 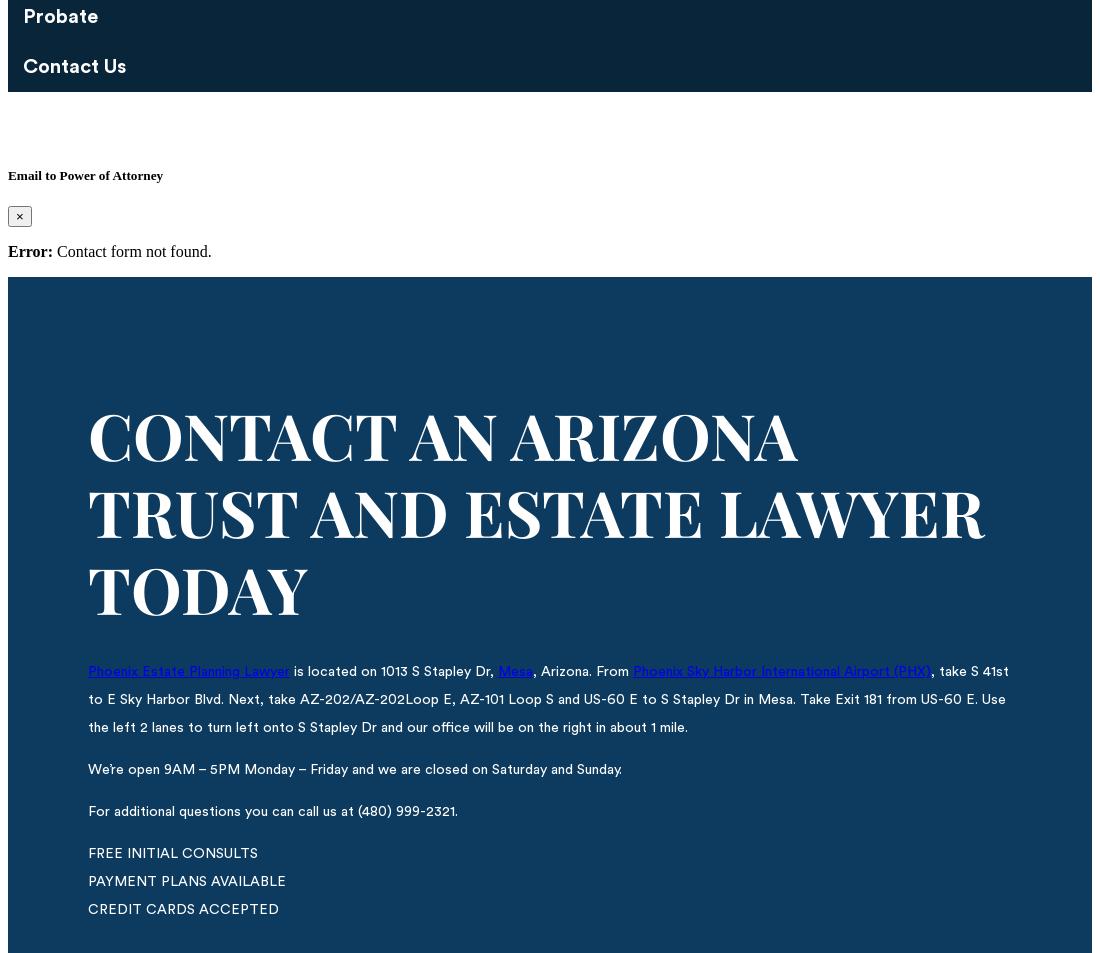 What do you see at coordinates (273, 811) in the screenshot?
I see `'For additional questions you can call us at (480) 999-2321.'` at bounding box center [273, 811].